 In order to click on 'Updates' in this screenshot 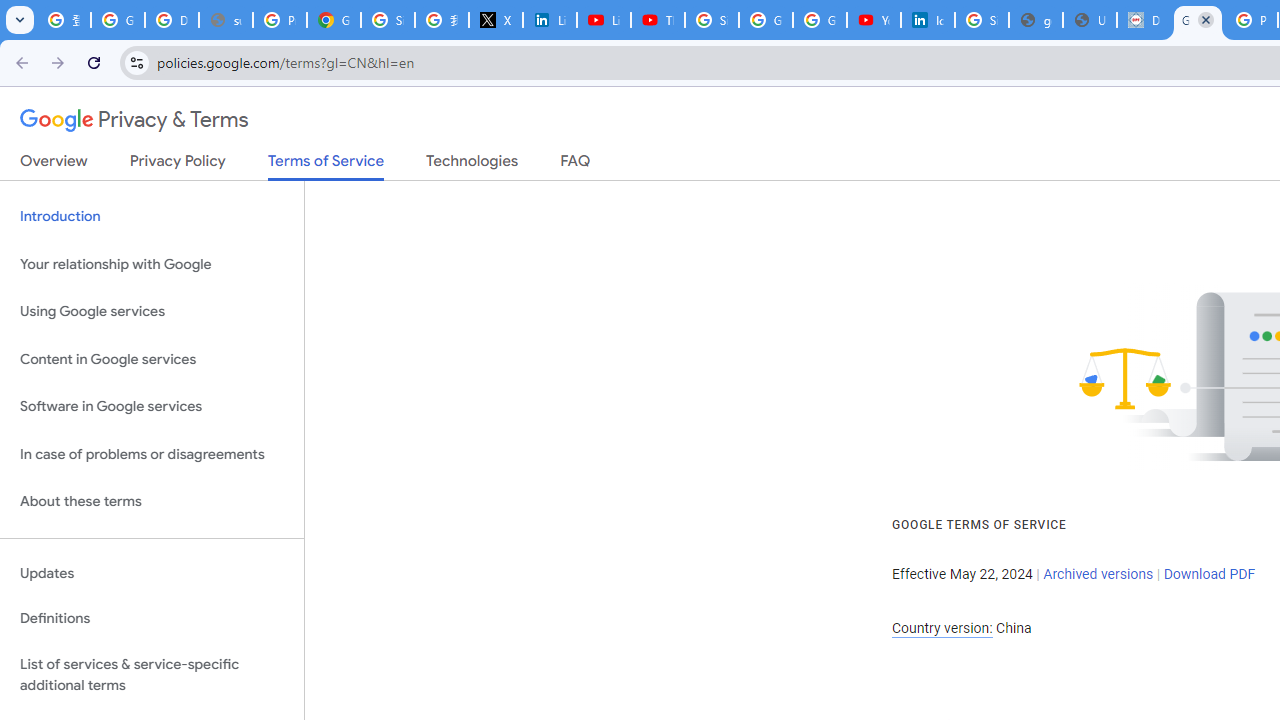, I will do `click(151, 573)`.